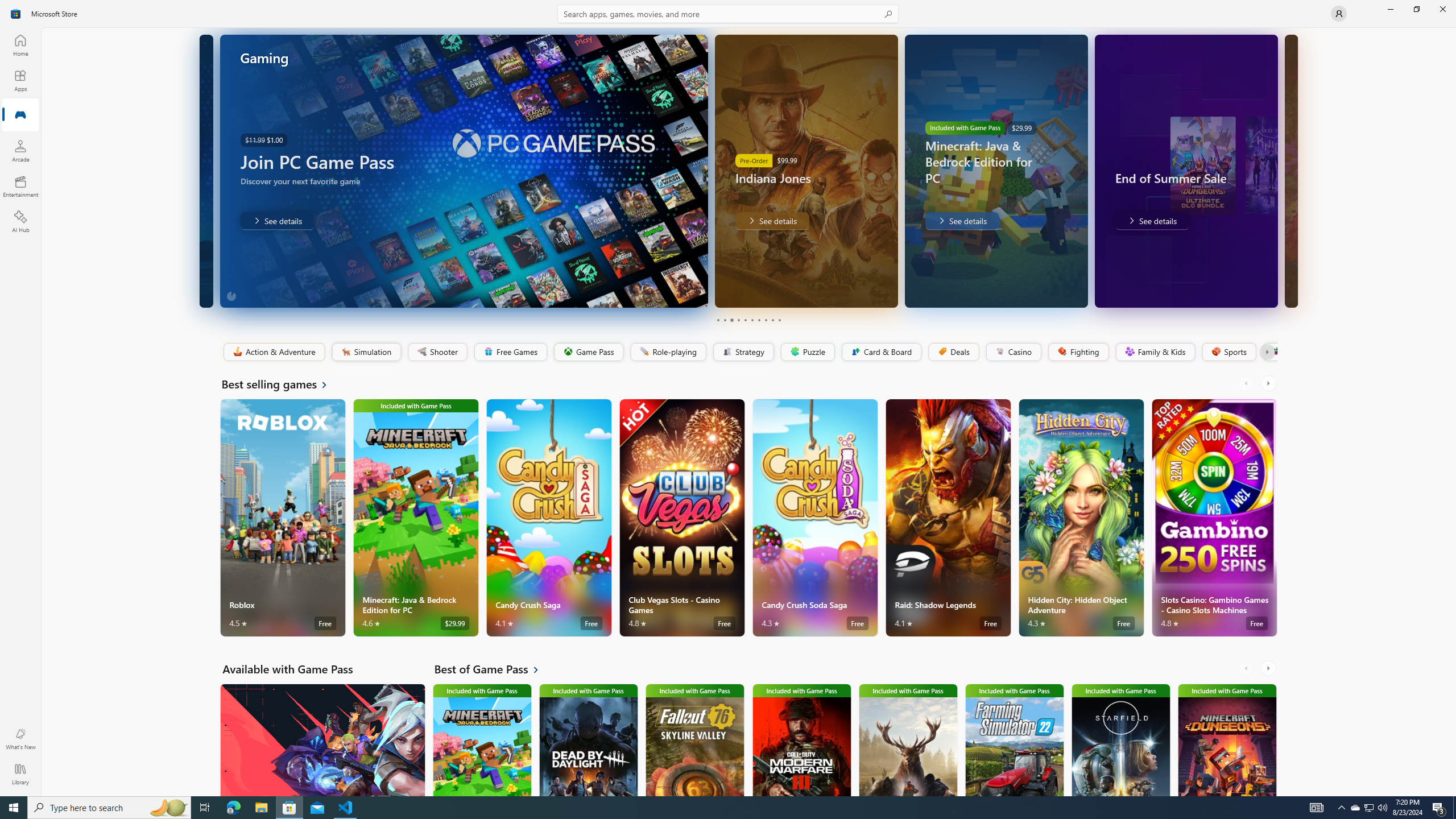 The height and width of the screenshot is (819, 1456). Describe the element at coordinates (1442, 9) in the screenshot. I see `'Close Microsoft Store'` at that location.